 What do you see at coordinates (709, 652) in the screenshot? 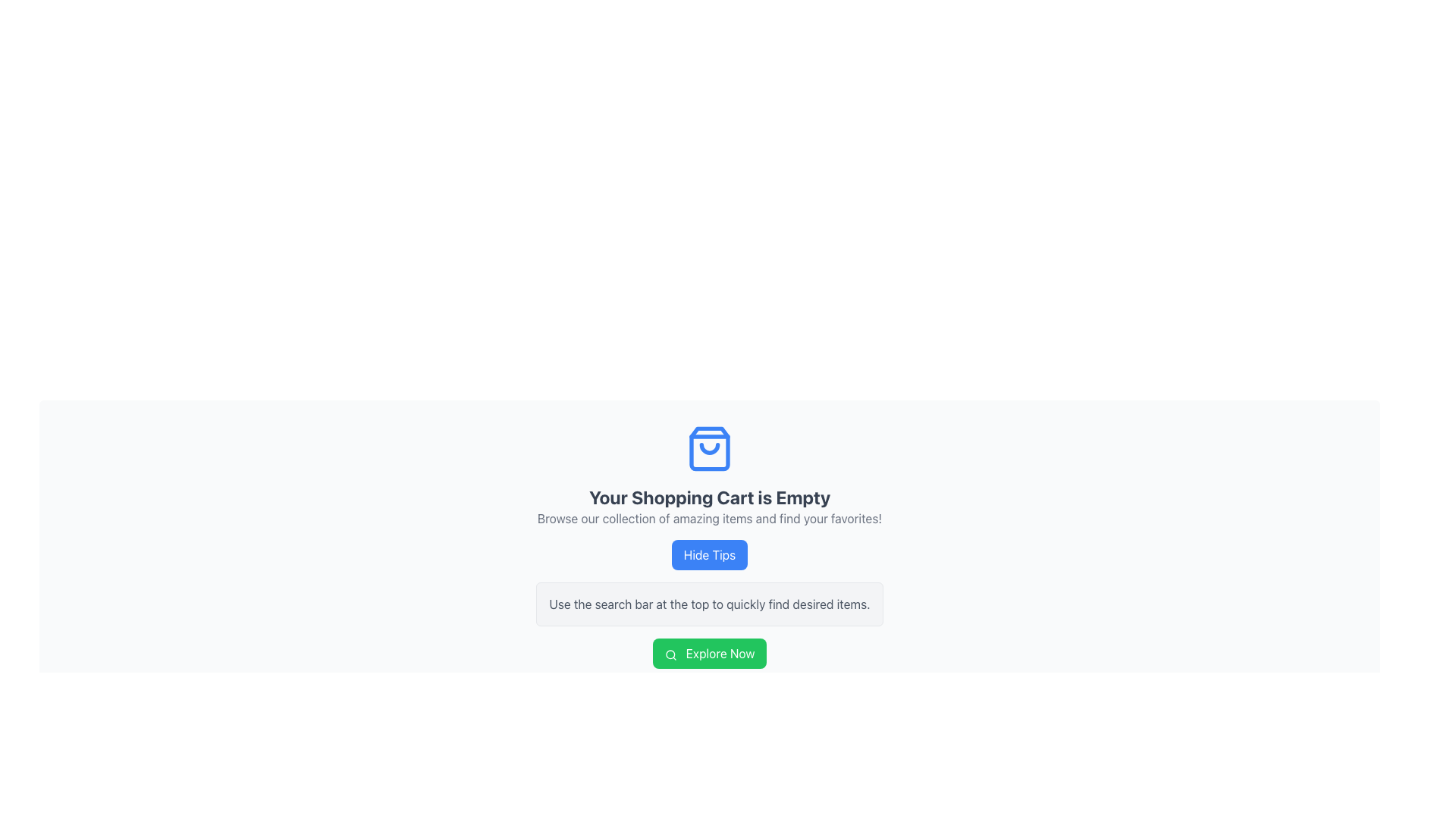
I see `the green rectangular button labeled 'Explore Now' with a magnifying glass icon for keyboard interaction` at bounding box center [709, 652].